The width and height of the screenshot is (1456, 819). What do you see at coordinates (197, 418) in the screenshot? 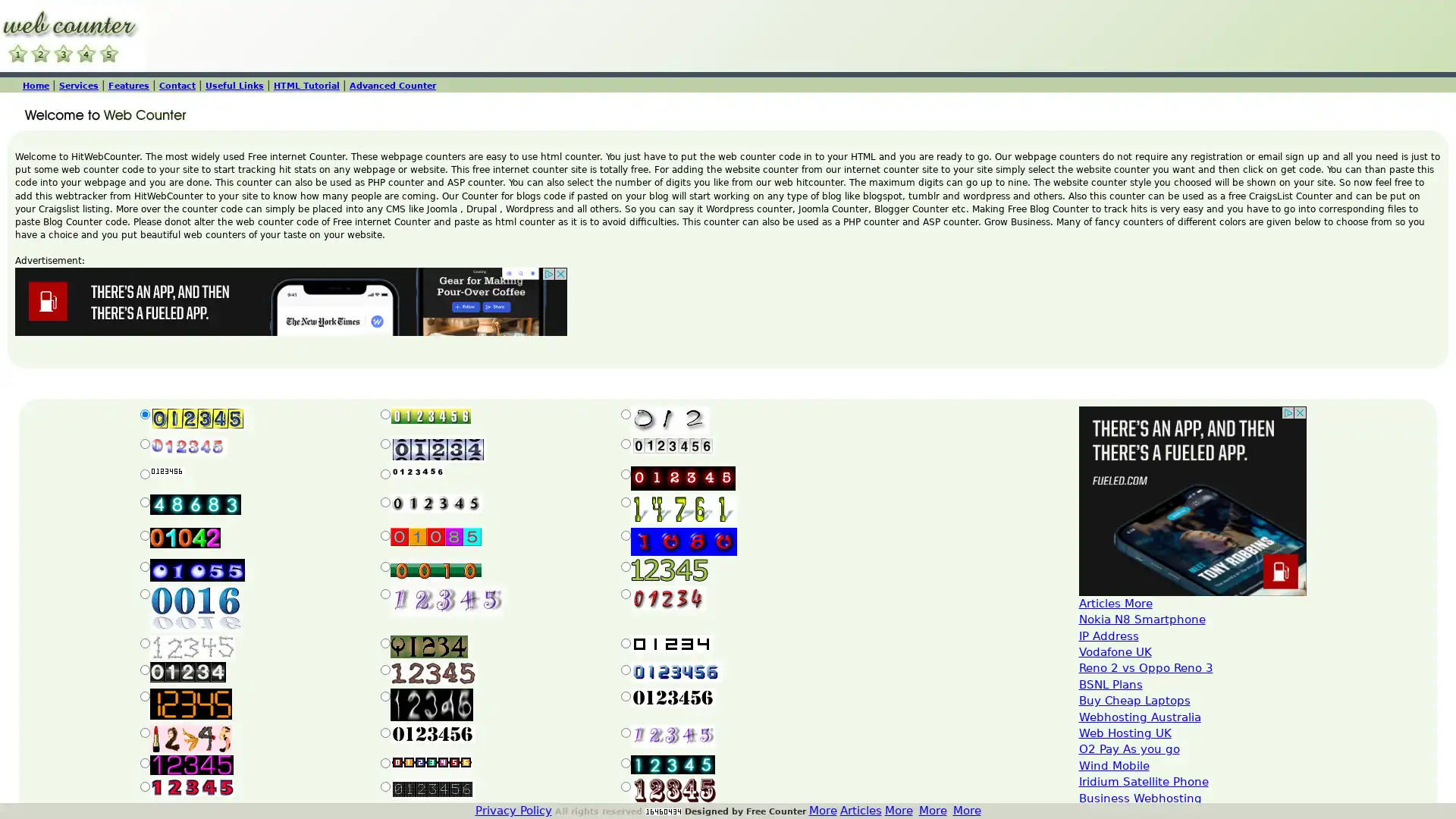
I see `Submit` at bounding box center [197, 418].